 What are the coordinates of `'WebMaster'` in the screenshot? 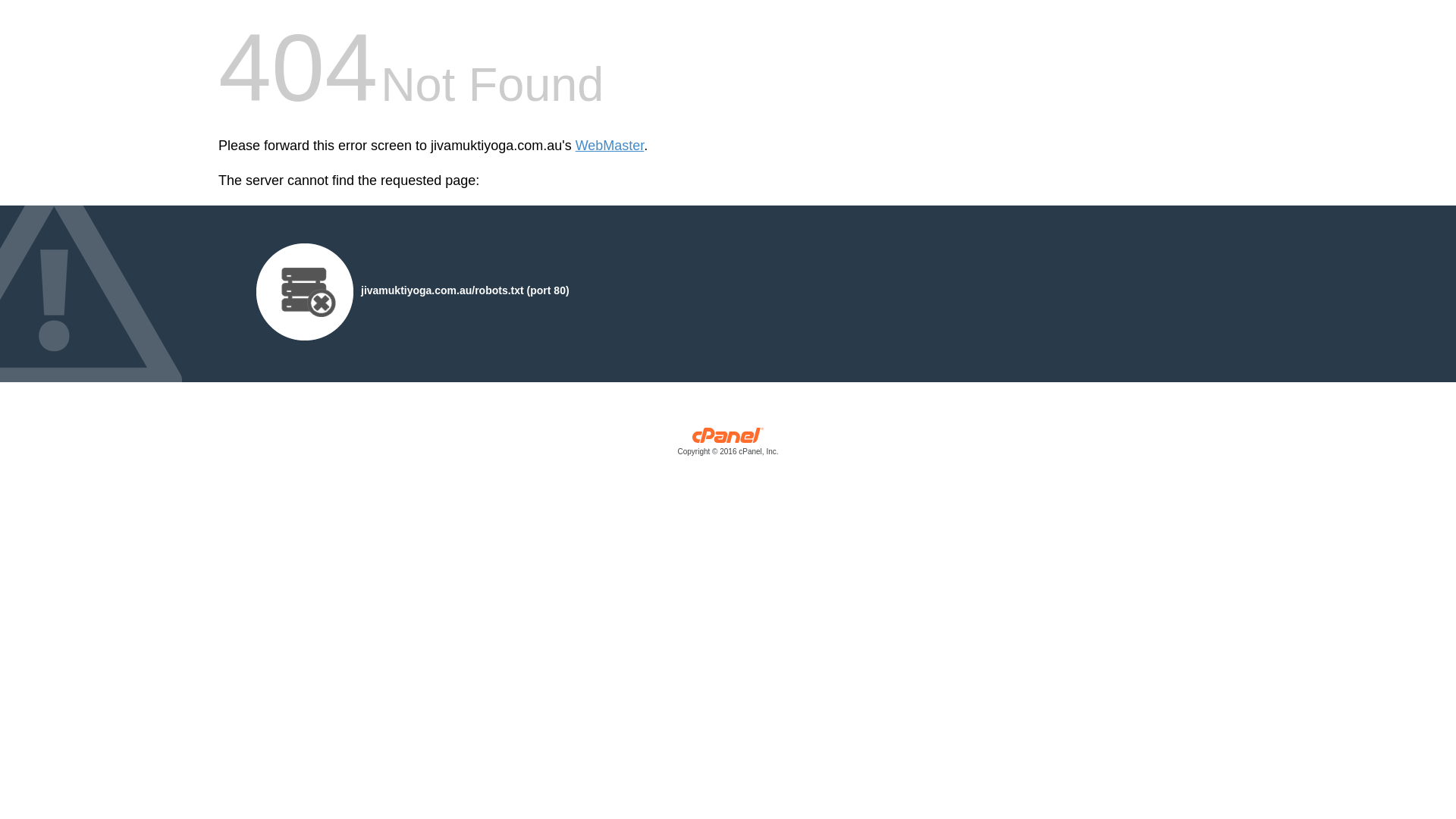 It's located at (610, 146).